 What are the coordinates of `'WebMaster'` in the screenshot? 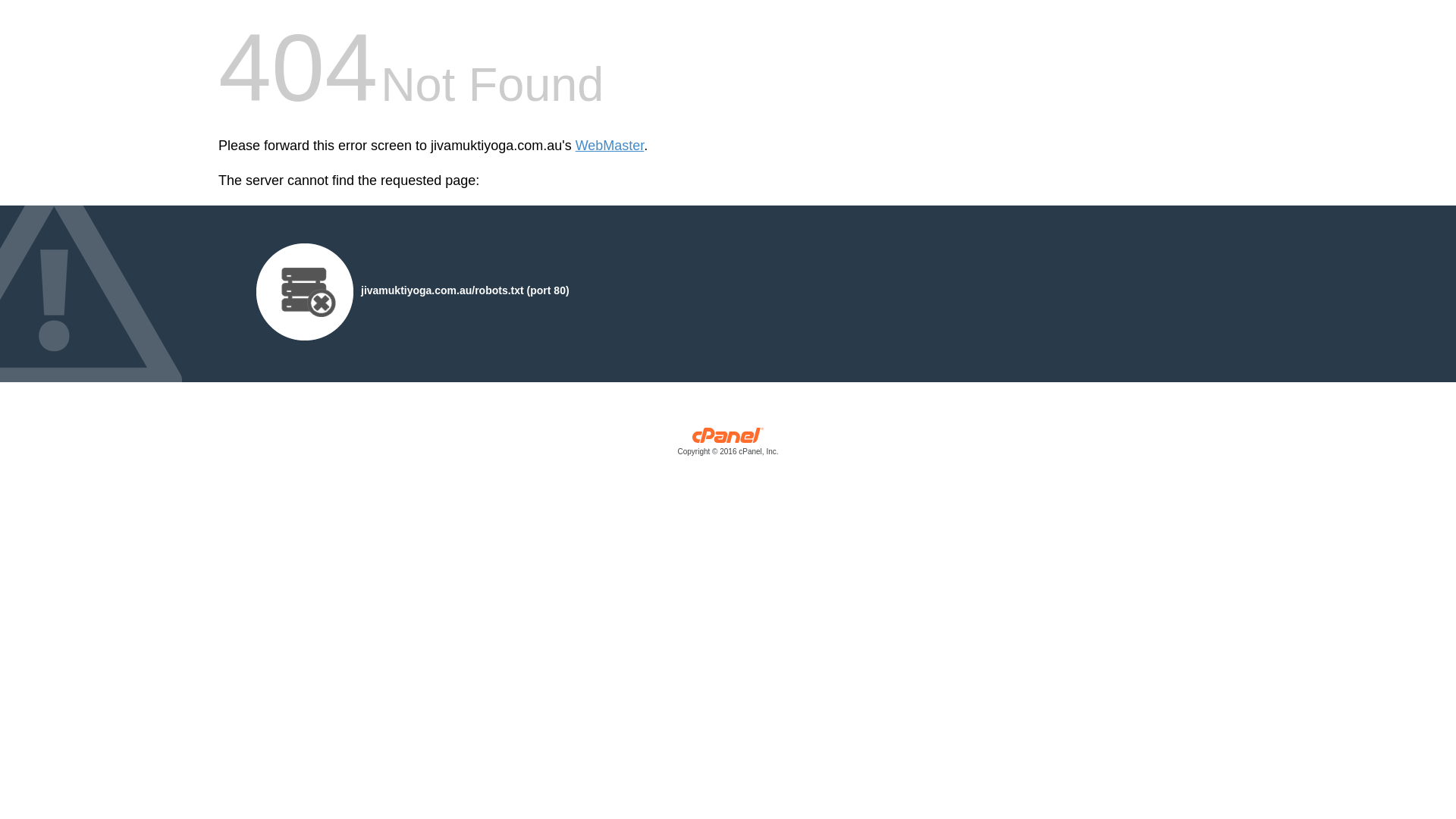 It's located at (610, 146).